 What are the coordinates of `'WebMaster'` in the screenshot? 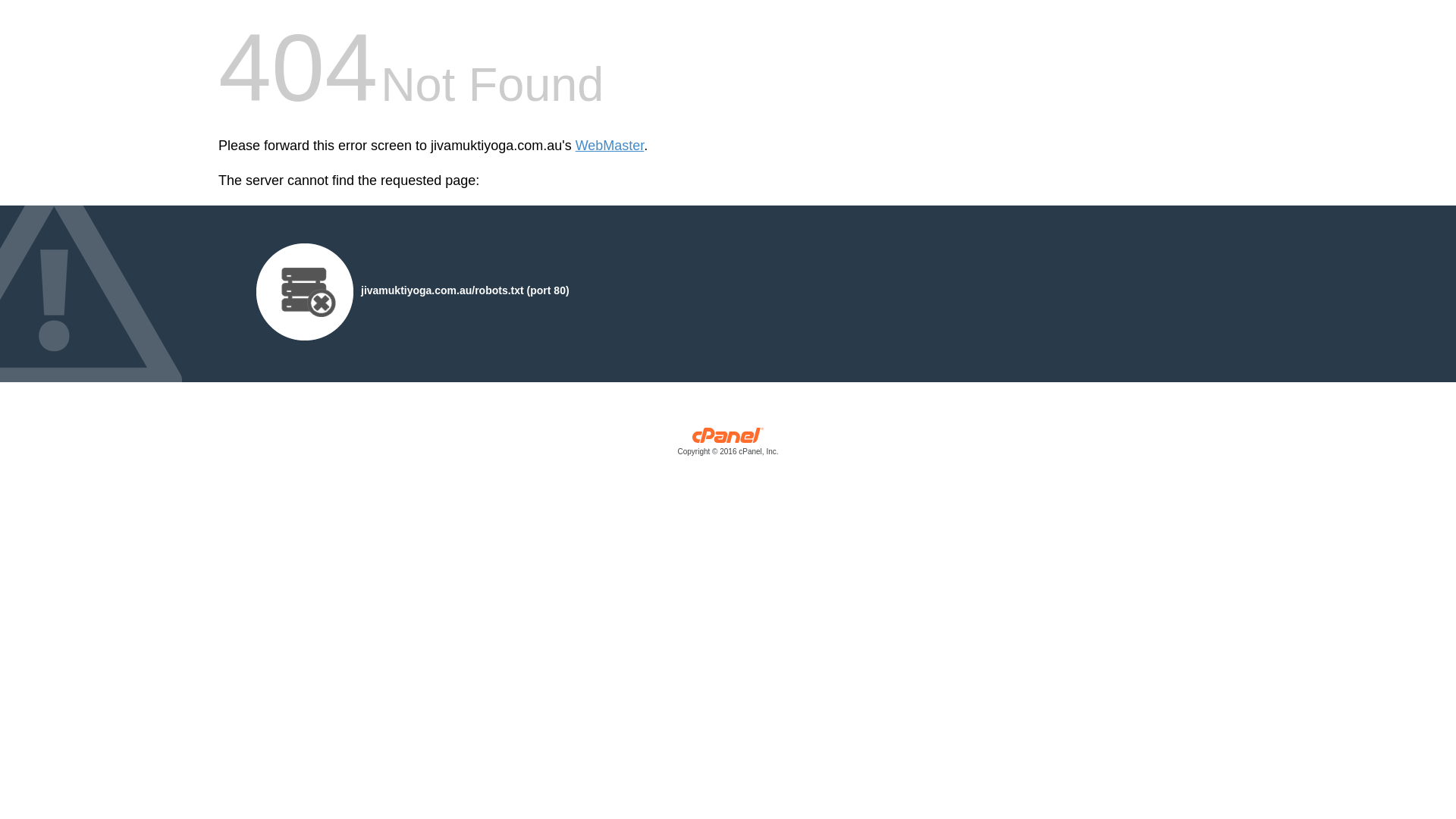 It's located at (610, 146).